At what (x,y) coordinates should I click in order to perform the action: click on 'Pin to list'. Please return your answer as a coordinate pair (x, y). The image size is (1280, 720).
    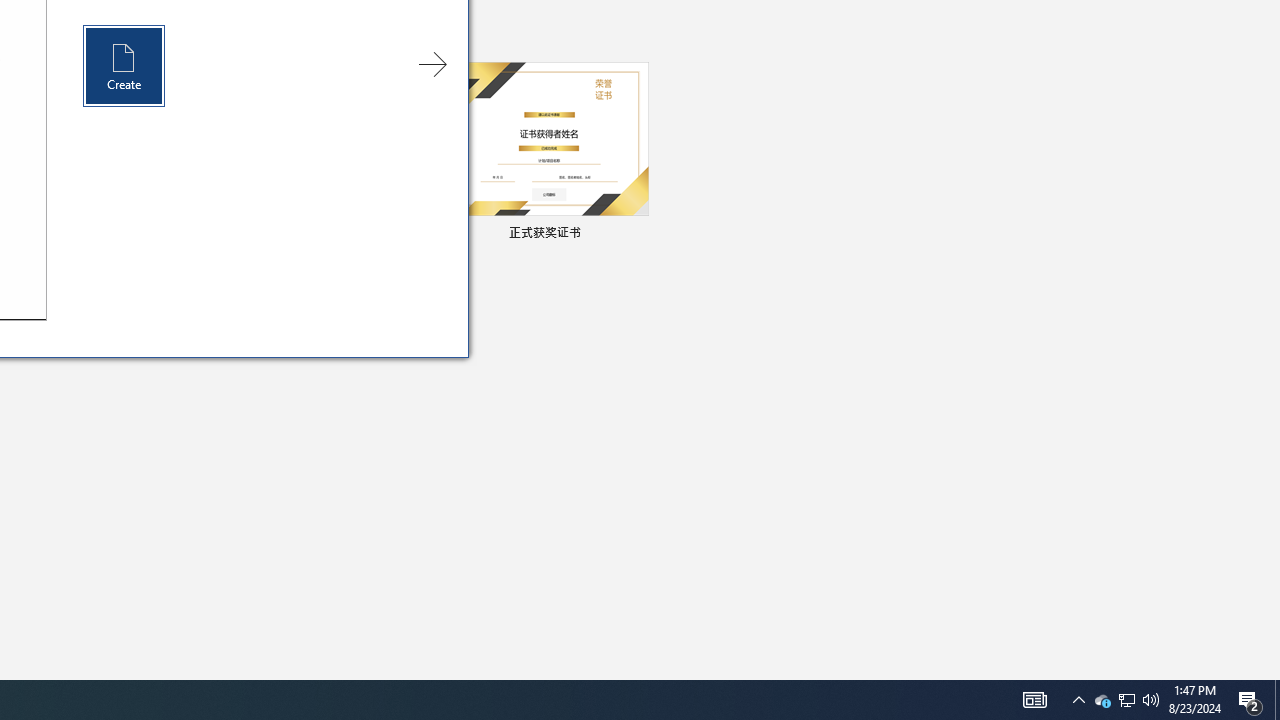
    Looking at the image, I should click on (635, 234).